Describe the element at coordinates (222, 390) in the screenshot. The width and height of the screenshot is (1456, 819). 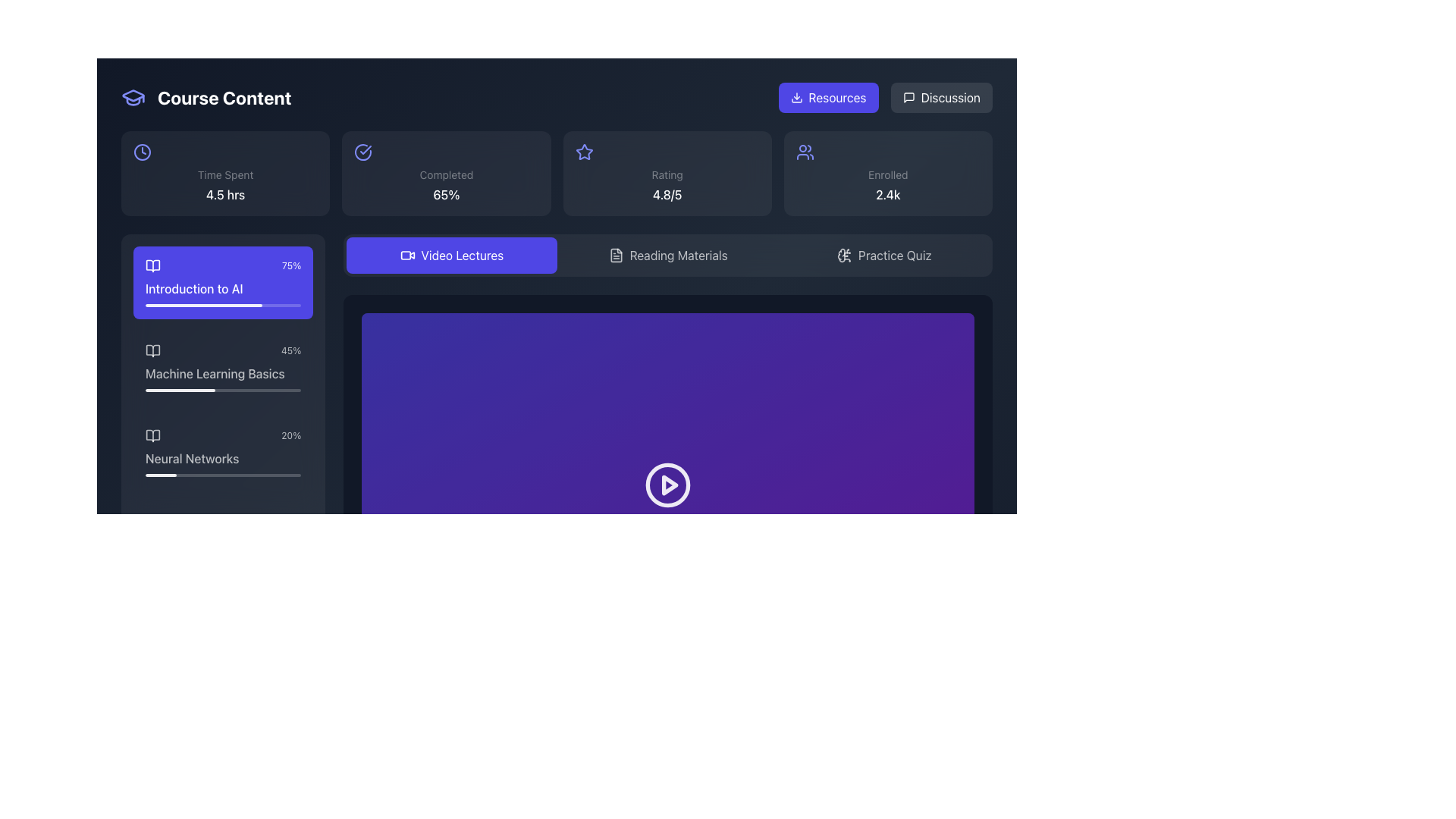
I see `the progress value of the first progress bar located below the label in the 'Machine Learning Basics' list item` at that location.